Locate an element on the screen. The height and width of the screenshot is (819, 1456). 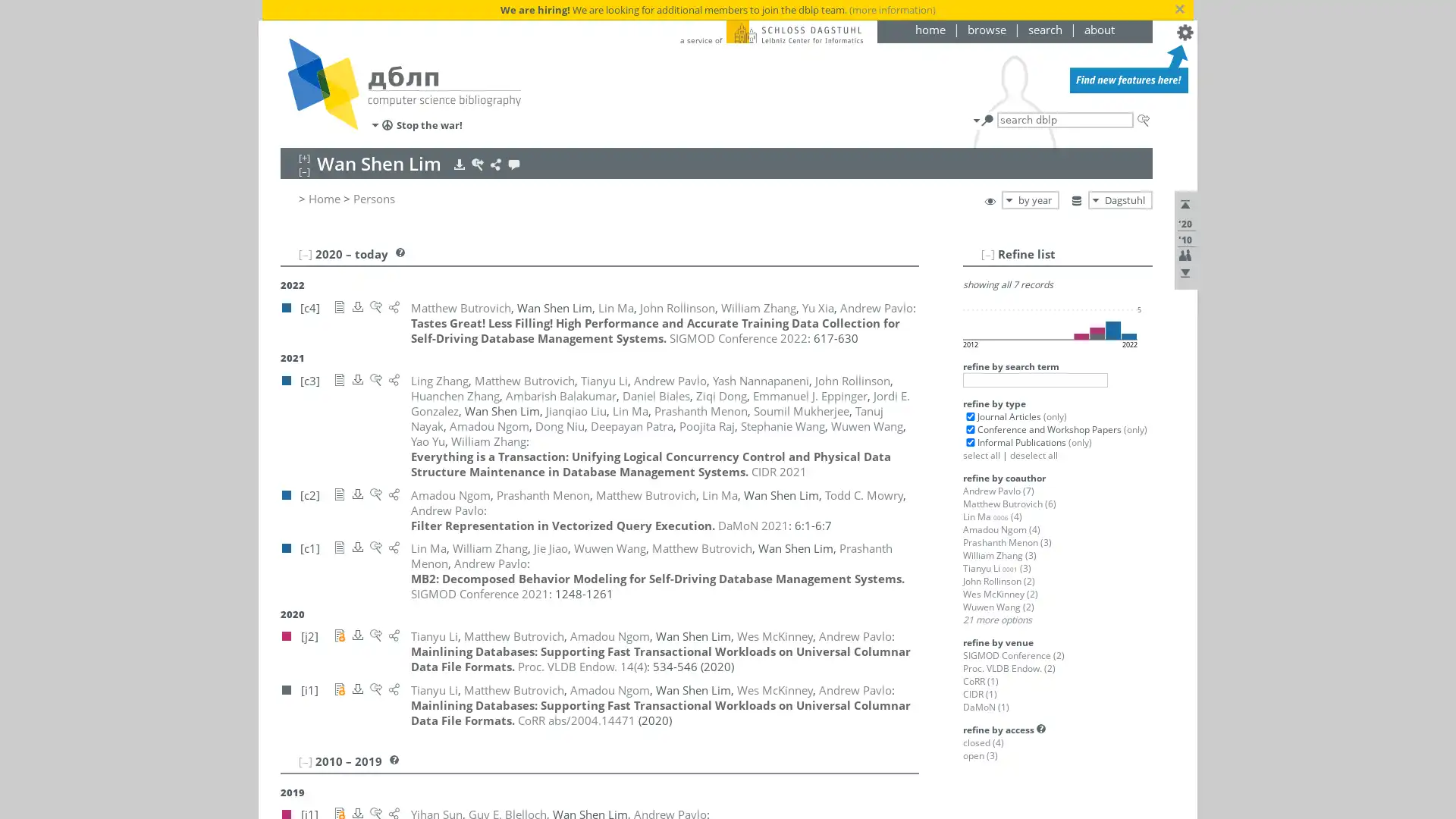
21 more options is located at coordinates (997, 620).